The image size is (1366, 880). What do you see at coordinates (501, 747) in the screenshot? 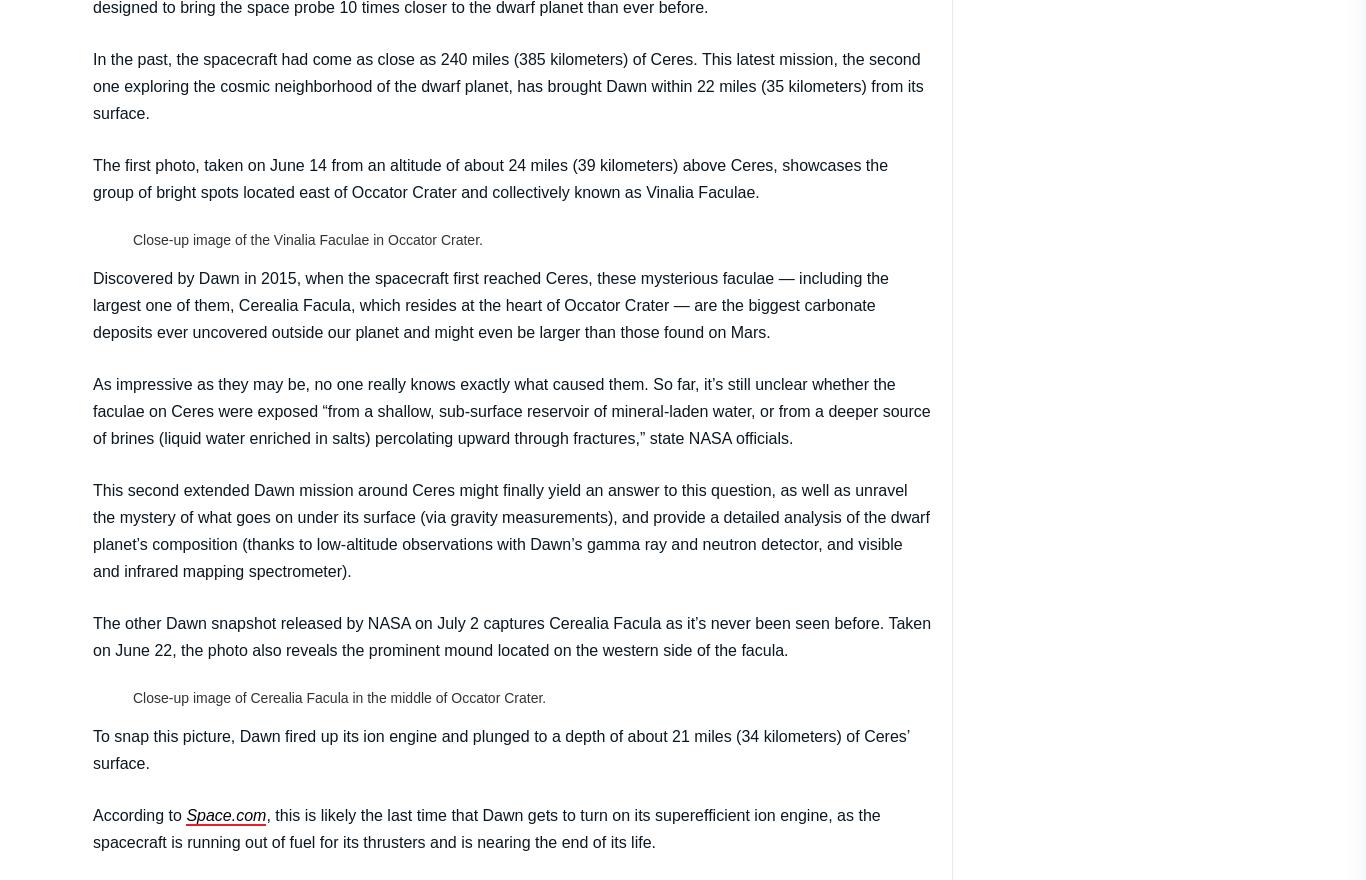
I see `'To snap this picture, Dawn fired up its ion engine and plunged to a depth of about 21 miles (34 kilometers) of Ceres’ surface.'` at bounding box center [501, 747].